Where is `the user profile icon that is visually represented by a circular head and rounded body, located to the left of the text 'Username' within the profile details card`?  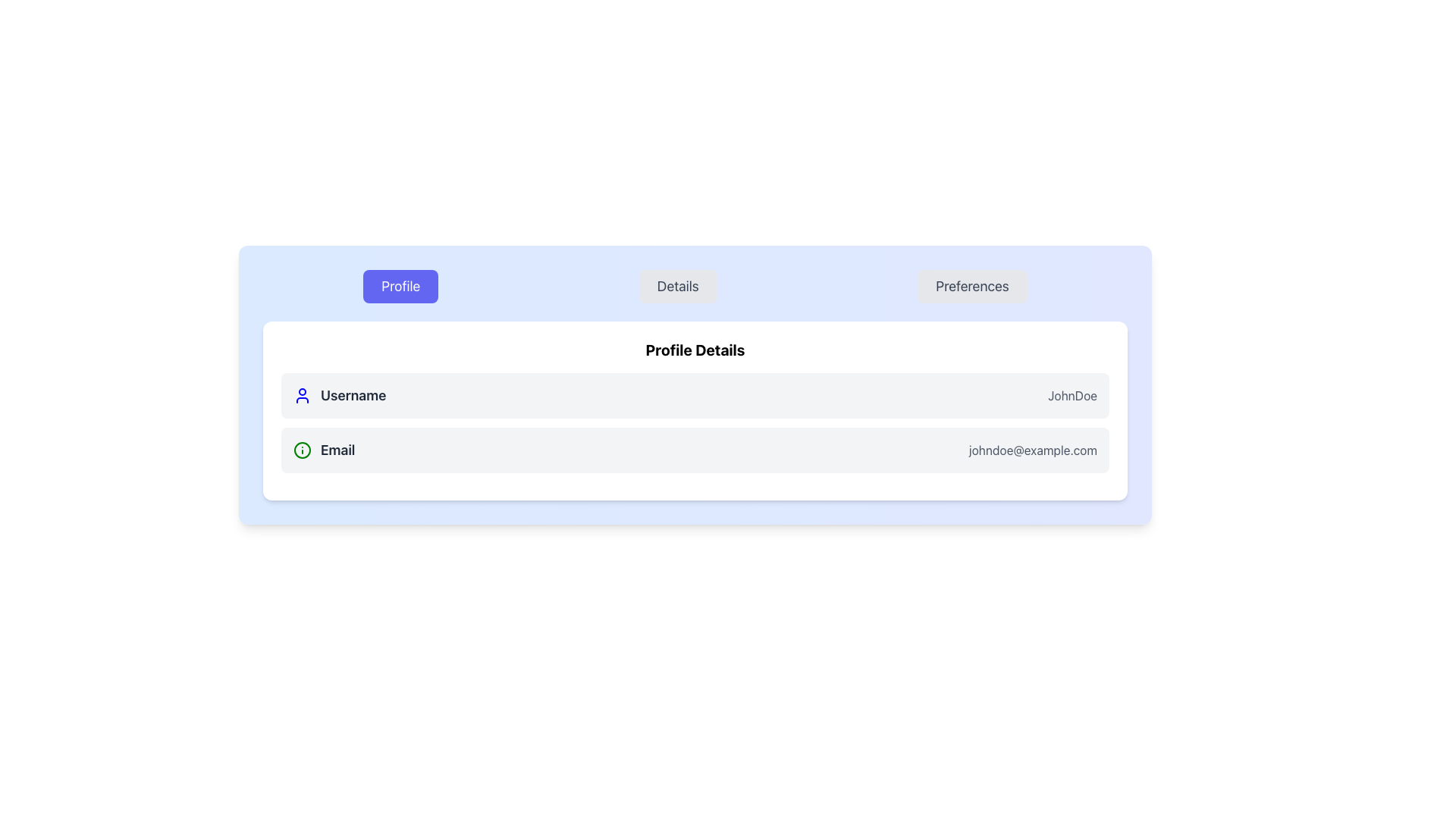
the user profile icon that is visually represented by a circular head and rounded body, located to the left of the text 'Username' within the profile details card is located at coordinates (302, 394).